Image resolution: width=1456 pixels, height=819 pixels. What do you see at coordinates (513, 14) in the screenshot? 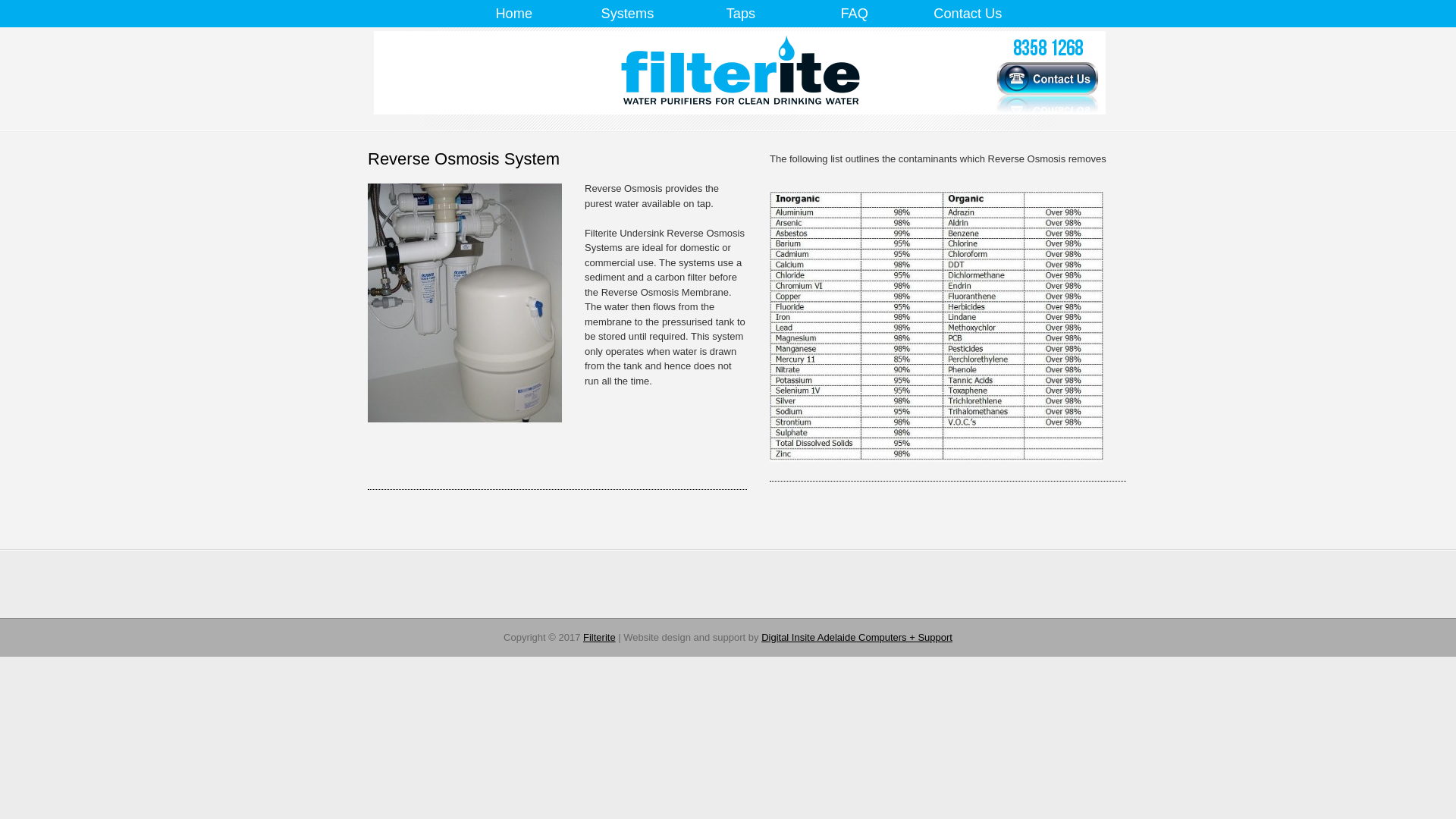
I see `'Home'` at bounding box center [513, 14].